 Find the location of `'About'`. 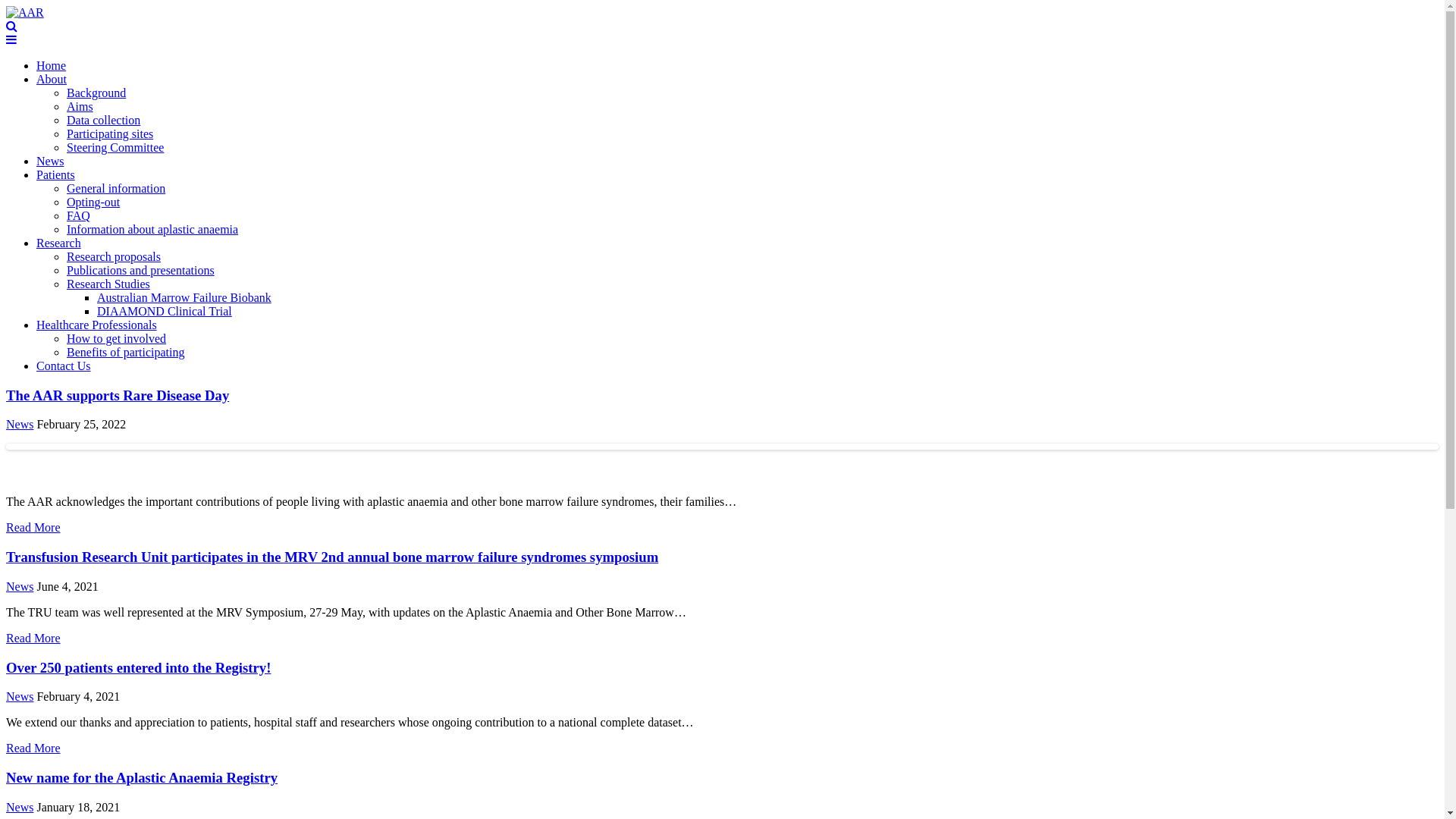

'About' is located at coordinates (51, 79).